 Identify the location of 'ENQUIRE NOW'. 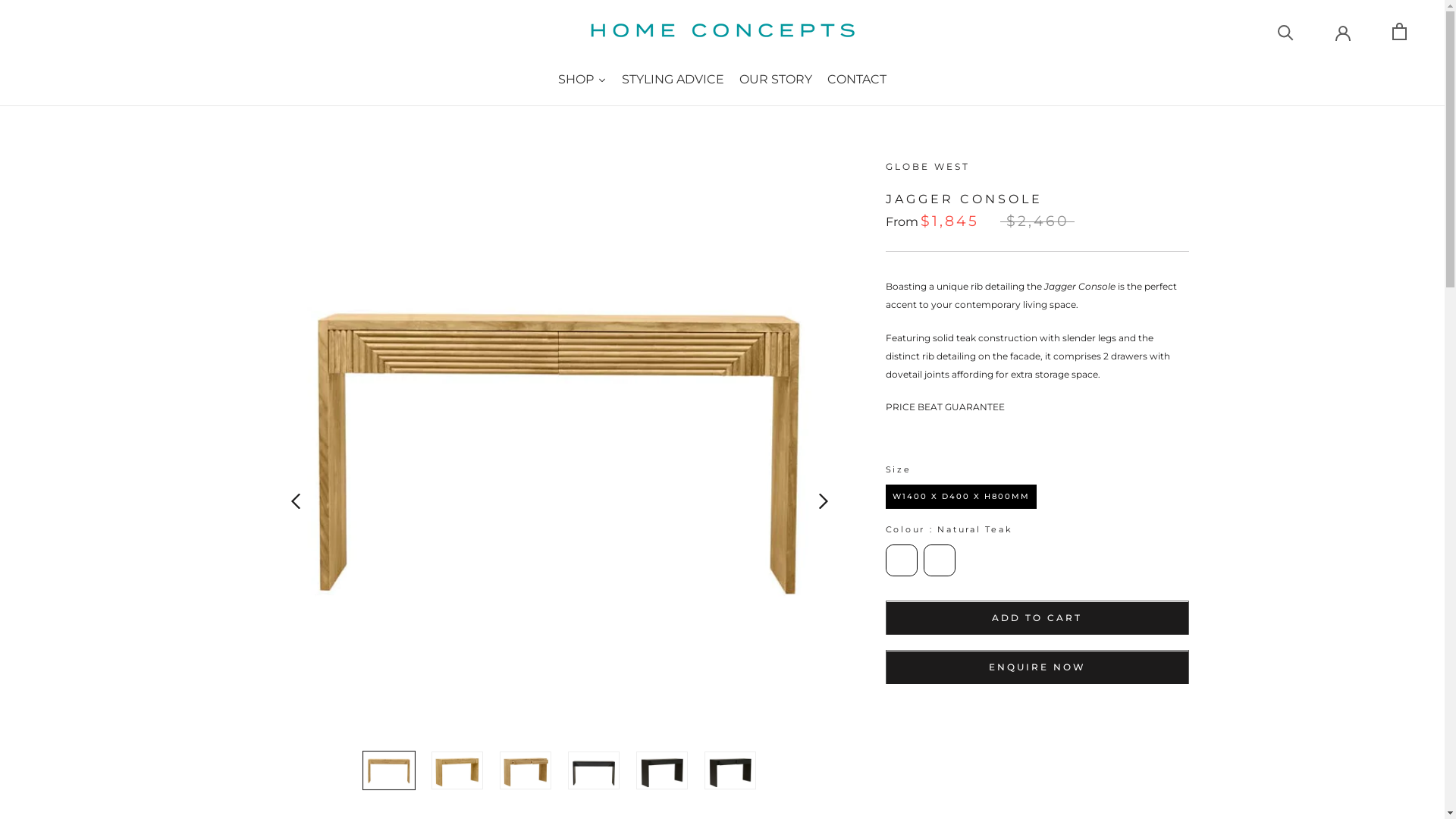
(1037, 667).